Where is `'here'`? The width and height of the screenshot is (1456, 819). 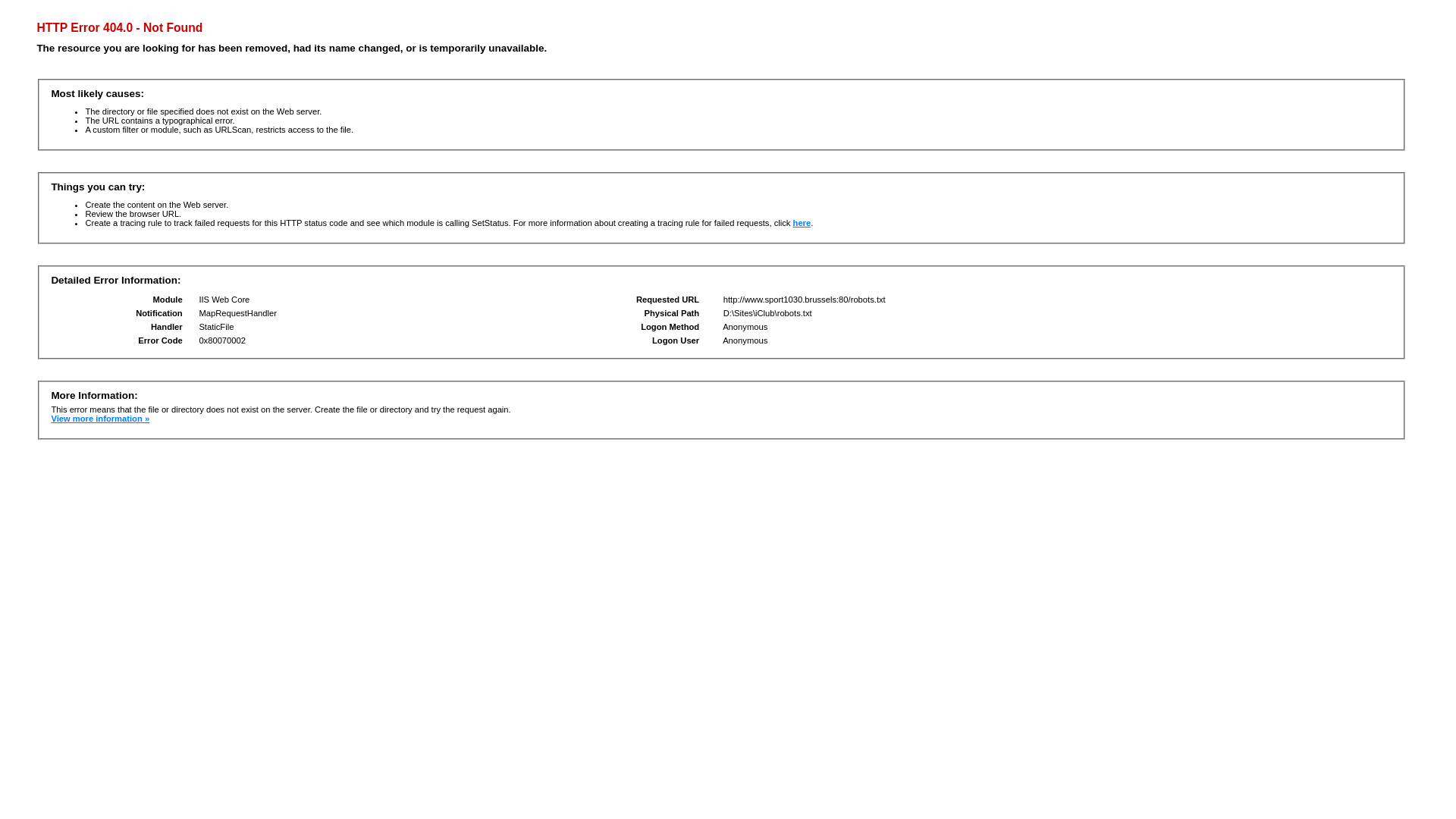
'here' is located at coordinates (792, 222).